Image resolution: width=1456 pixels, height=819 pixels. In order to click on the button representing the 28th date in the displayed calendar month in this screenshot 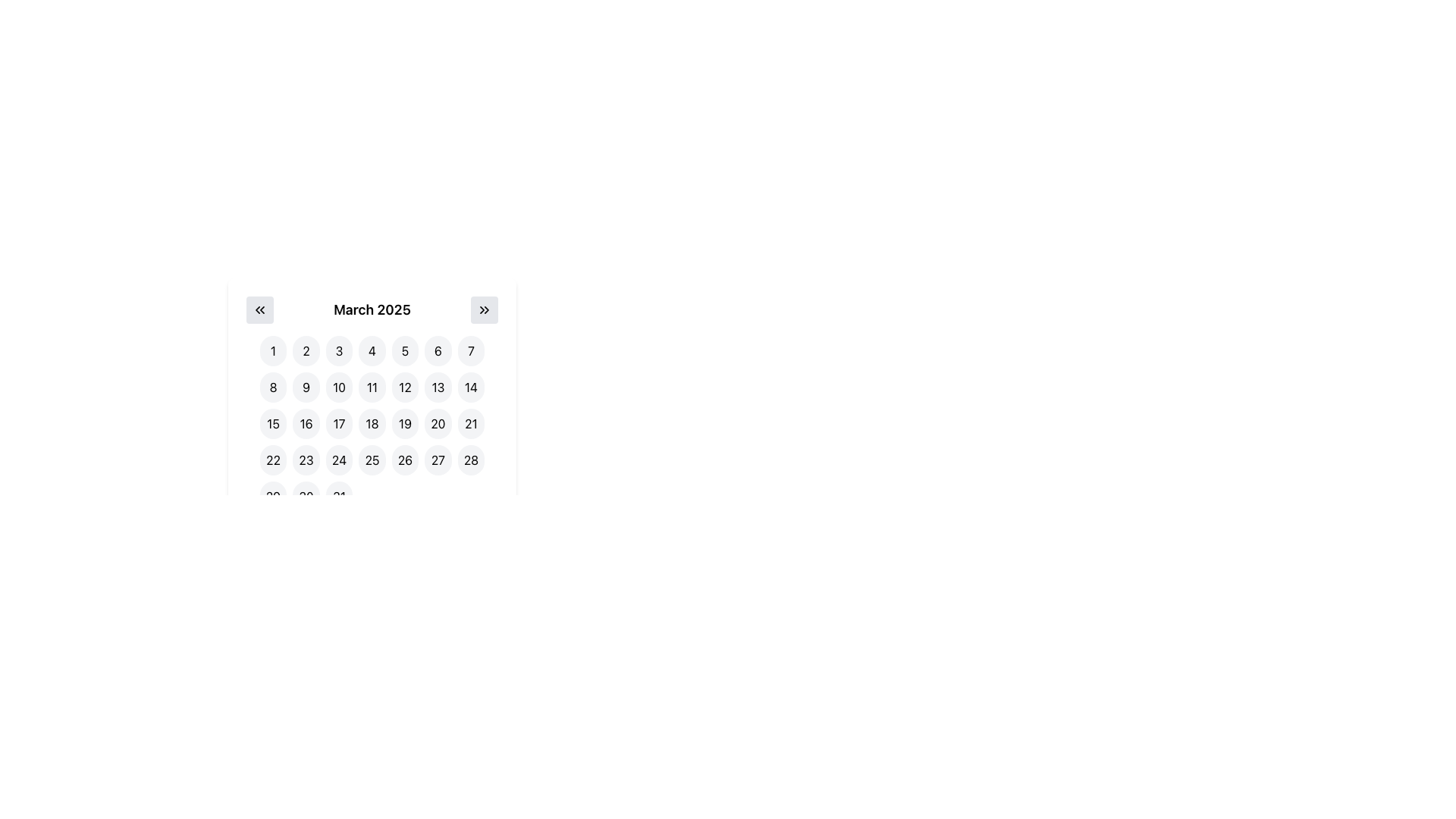, I will do `click(470, 459)`.